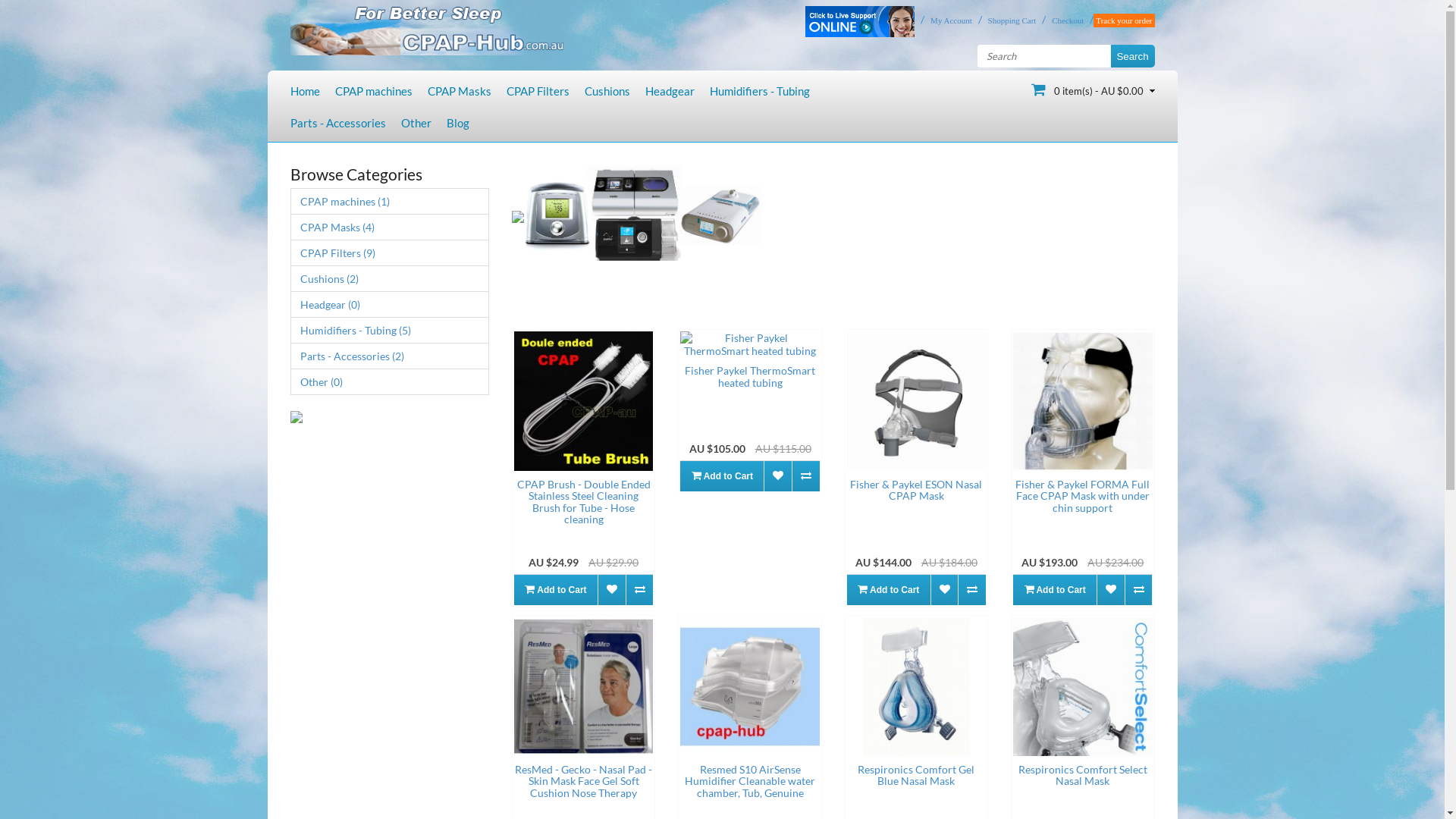  What do you see at coordinates (389, 278) in the screenshot?
I see `'Cushions (2)'` at bounding box center [389, 278].